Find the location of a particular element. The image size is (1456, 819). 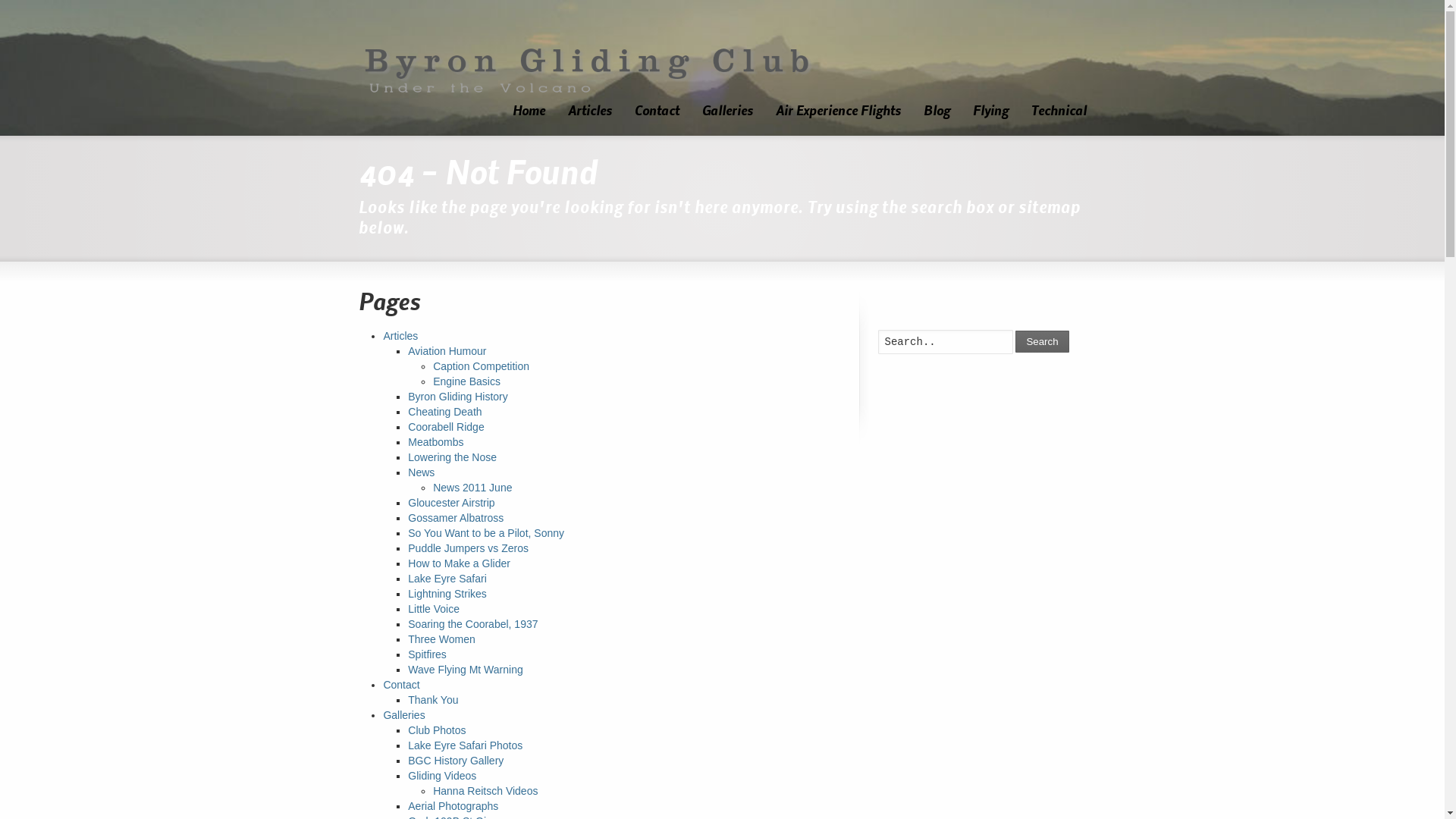

'Soaring the Coorabel, 1937' is located at coordinates (472, 623).